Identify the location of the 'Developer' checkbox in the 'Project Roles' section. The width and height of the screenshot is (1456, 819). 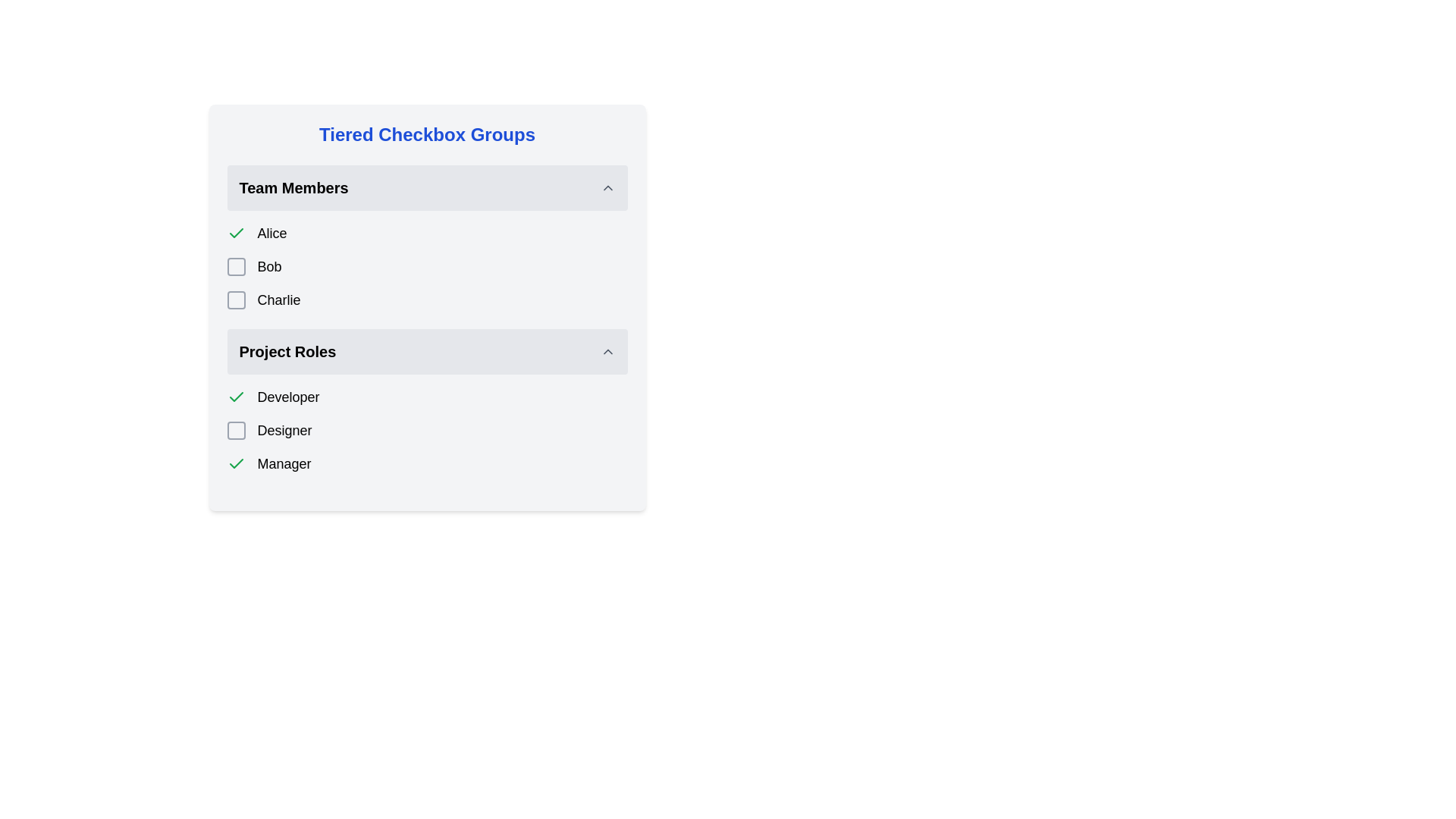
(426, 397).